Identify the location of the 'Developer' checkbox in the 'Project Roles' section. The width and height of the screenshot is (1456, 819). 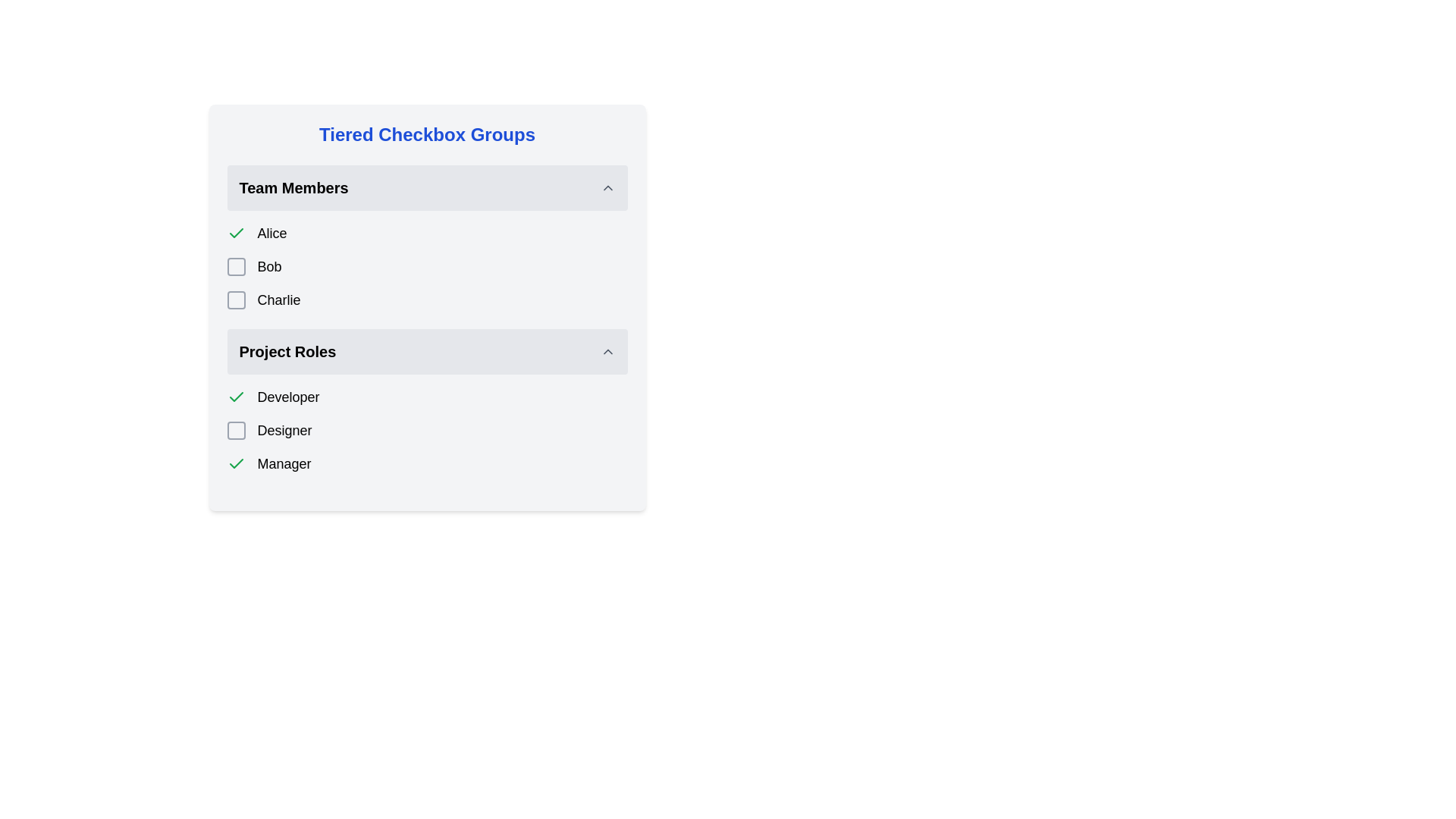
(426, 397).